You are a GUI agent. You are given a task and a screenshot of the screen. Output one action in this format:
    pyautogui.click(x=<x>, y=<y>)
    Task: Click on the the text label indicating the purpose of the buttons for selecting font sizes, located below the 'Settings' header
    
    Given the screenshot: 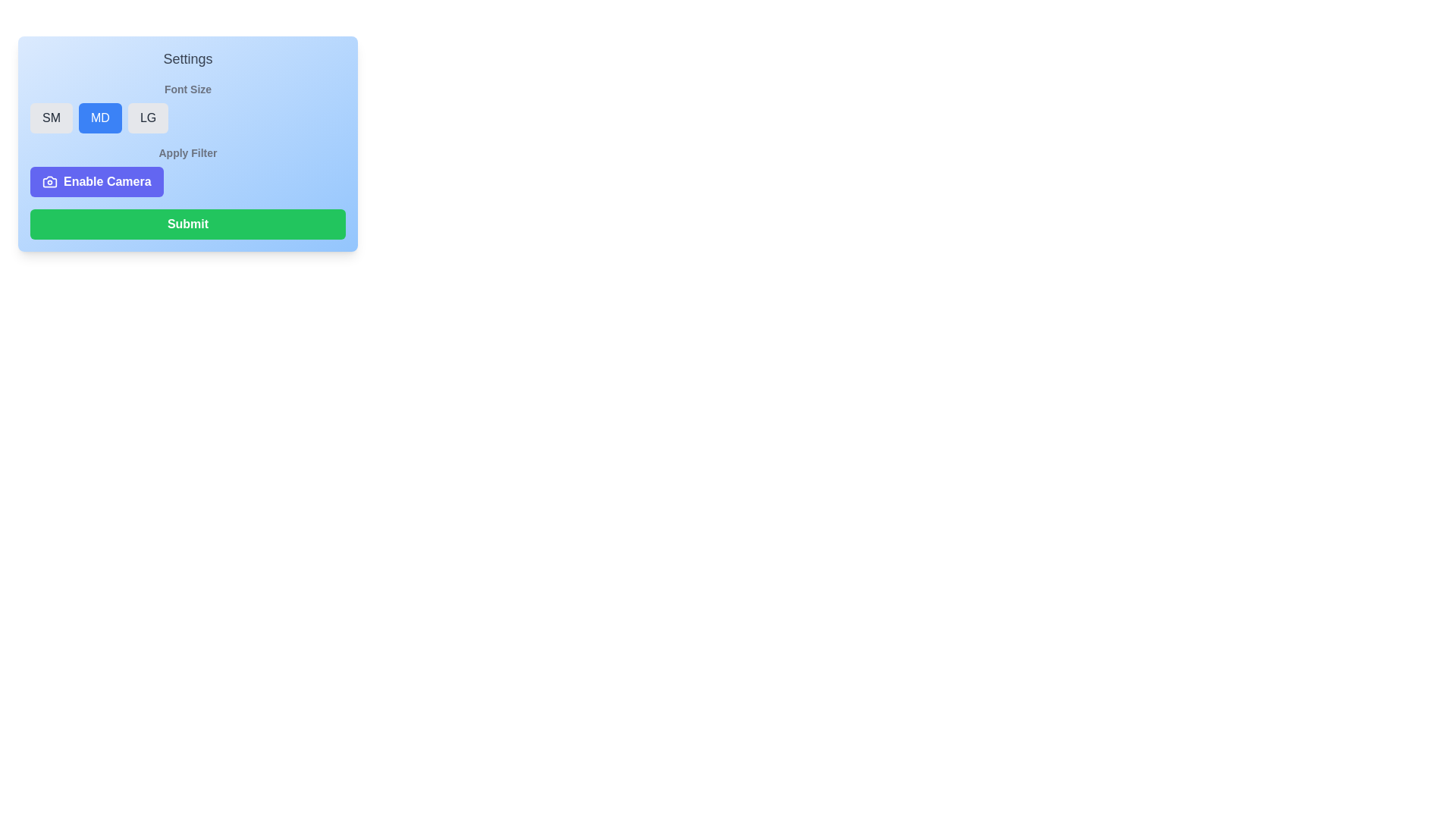 What is the action you would take?
    pyautogui.click(x=187, y=89)
    